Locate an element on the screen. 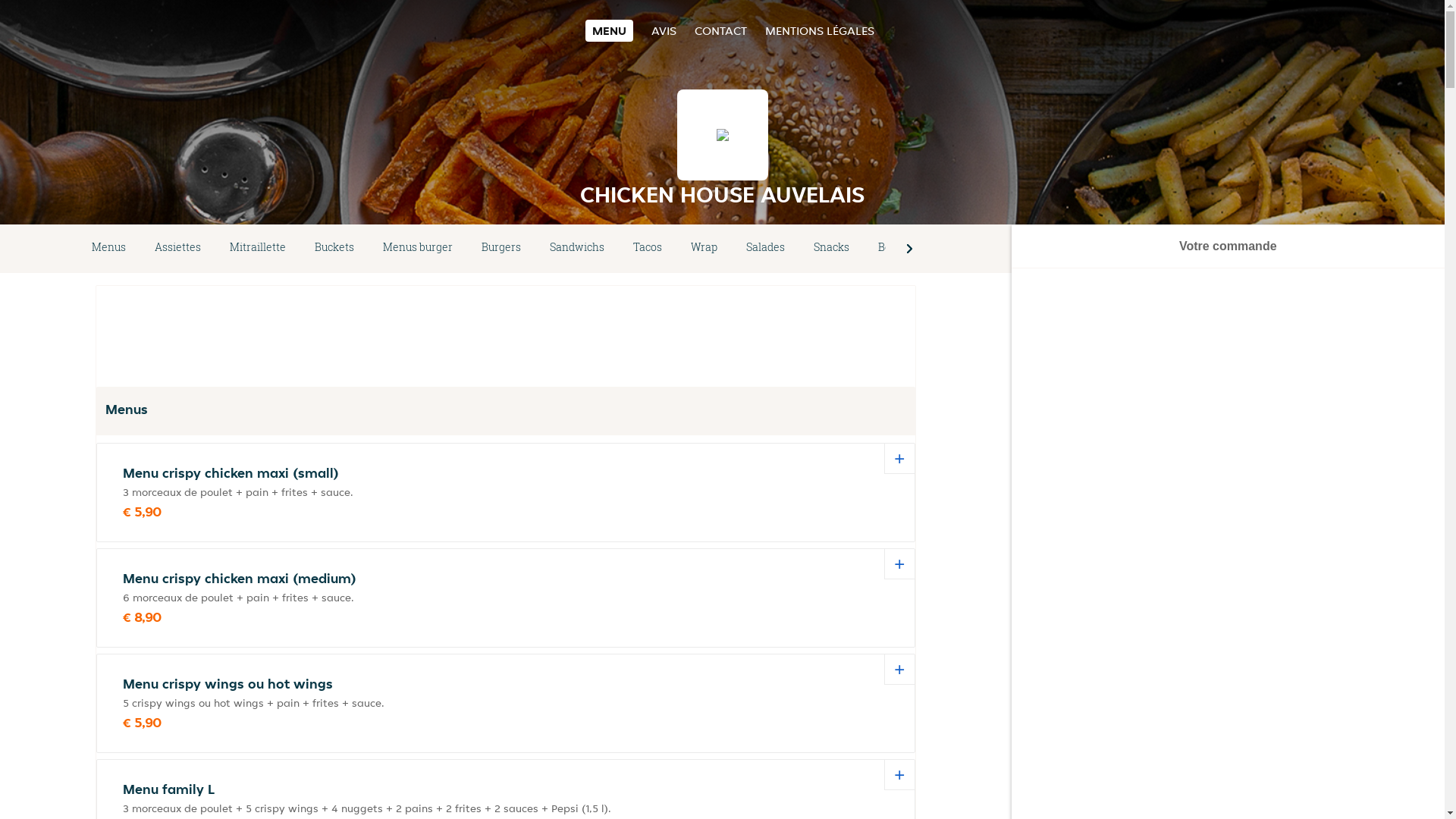  'Boissons' is located at coordinates (900, 247).